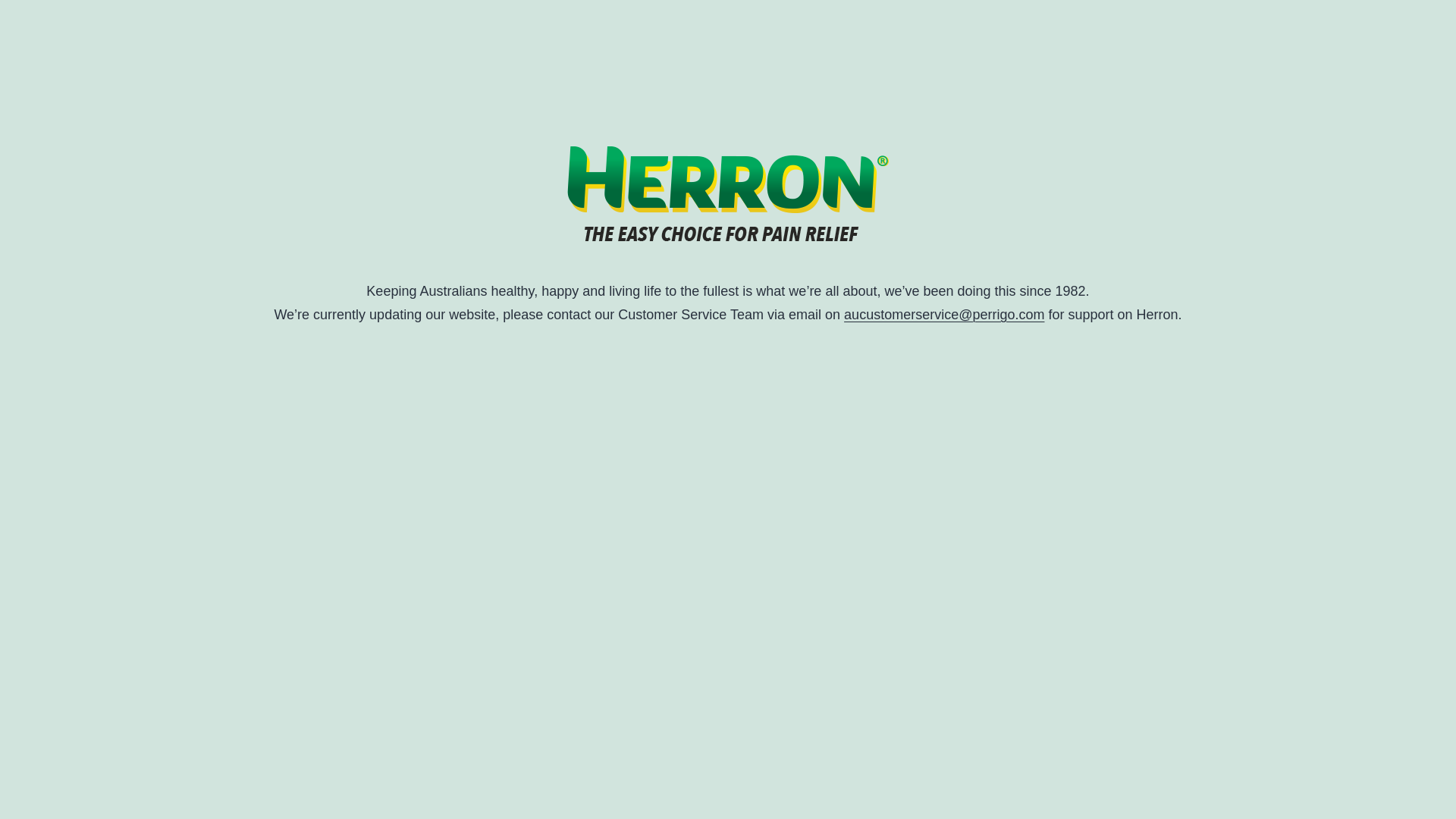 This screenshot has height=819, width=1456. I want to click on 'aucustomerservice@perrigo.com', so click(843, 314).